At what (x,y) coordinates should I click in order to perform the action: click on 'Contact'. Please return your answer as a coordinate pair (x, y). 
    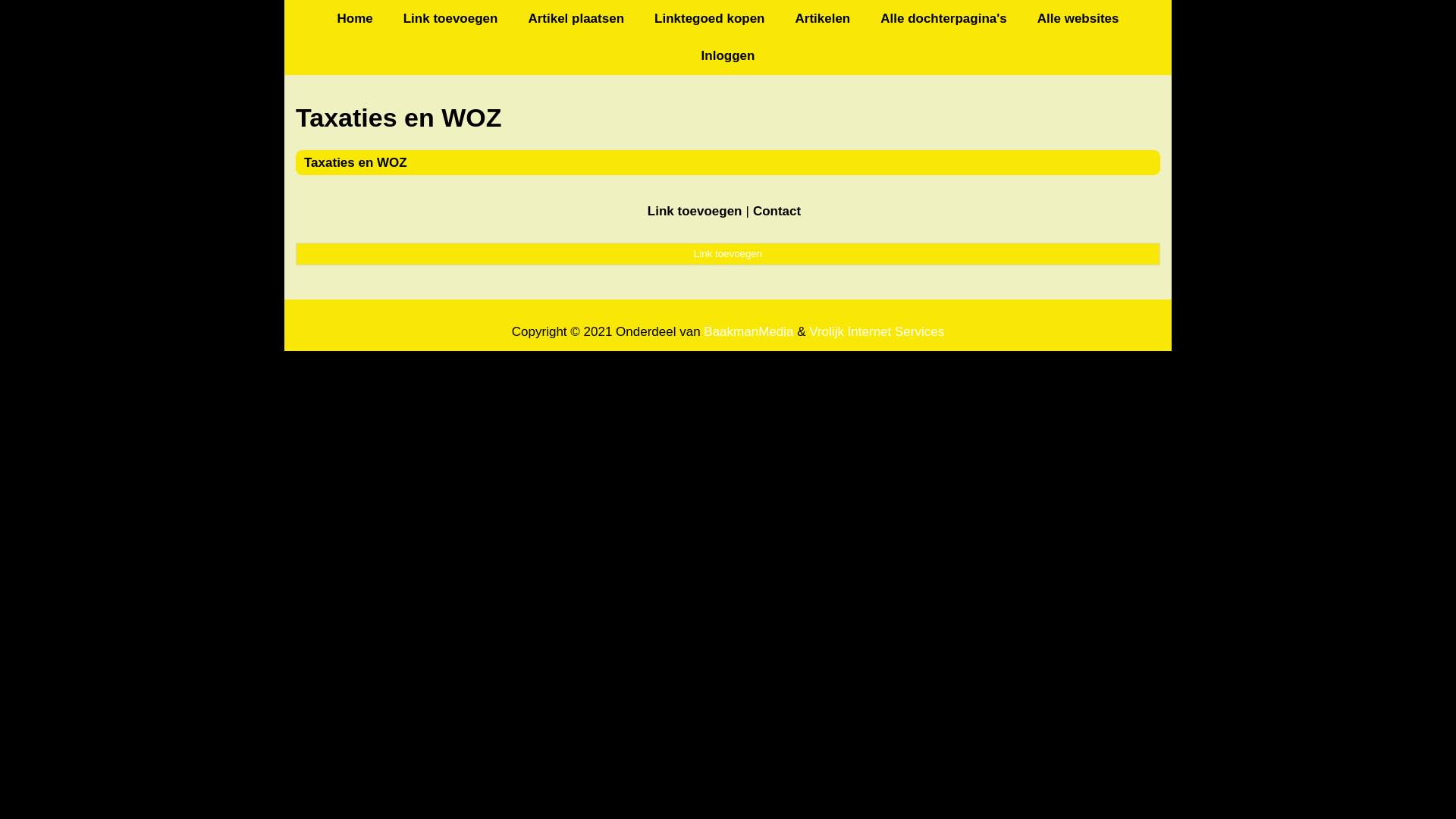
    Looking at the image, I should click on (777, 211).